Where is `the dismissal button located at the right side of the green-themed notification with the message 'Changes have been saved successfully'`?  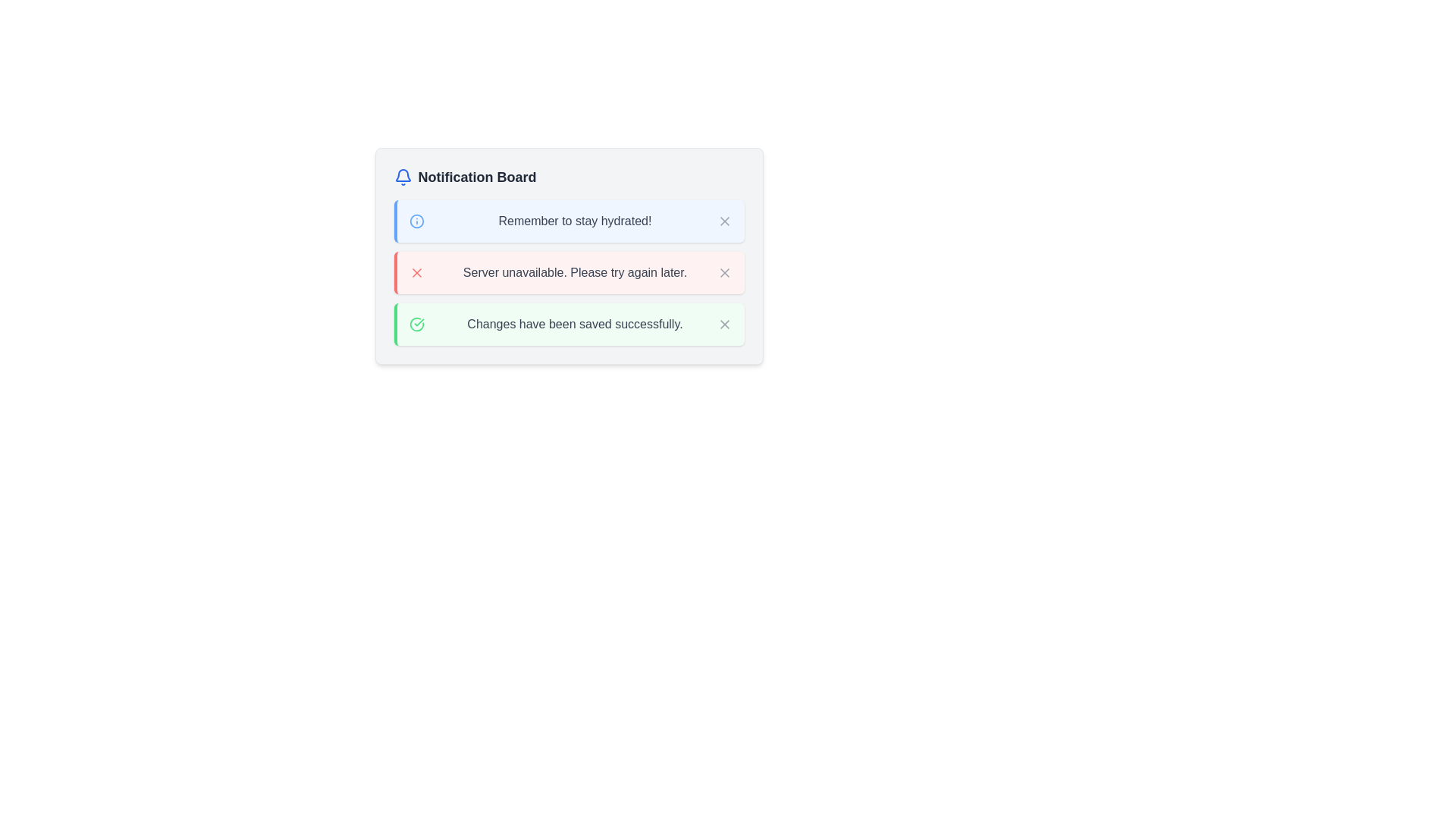 the dismissal button located at the right side of the green-themed notification with the message 'Changes have been saved successfully' is located at coordinates (723, 324).